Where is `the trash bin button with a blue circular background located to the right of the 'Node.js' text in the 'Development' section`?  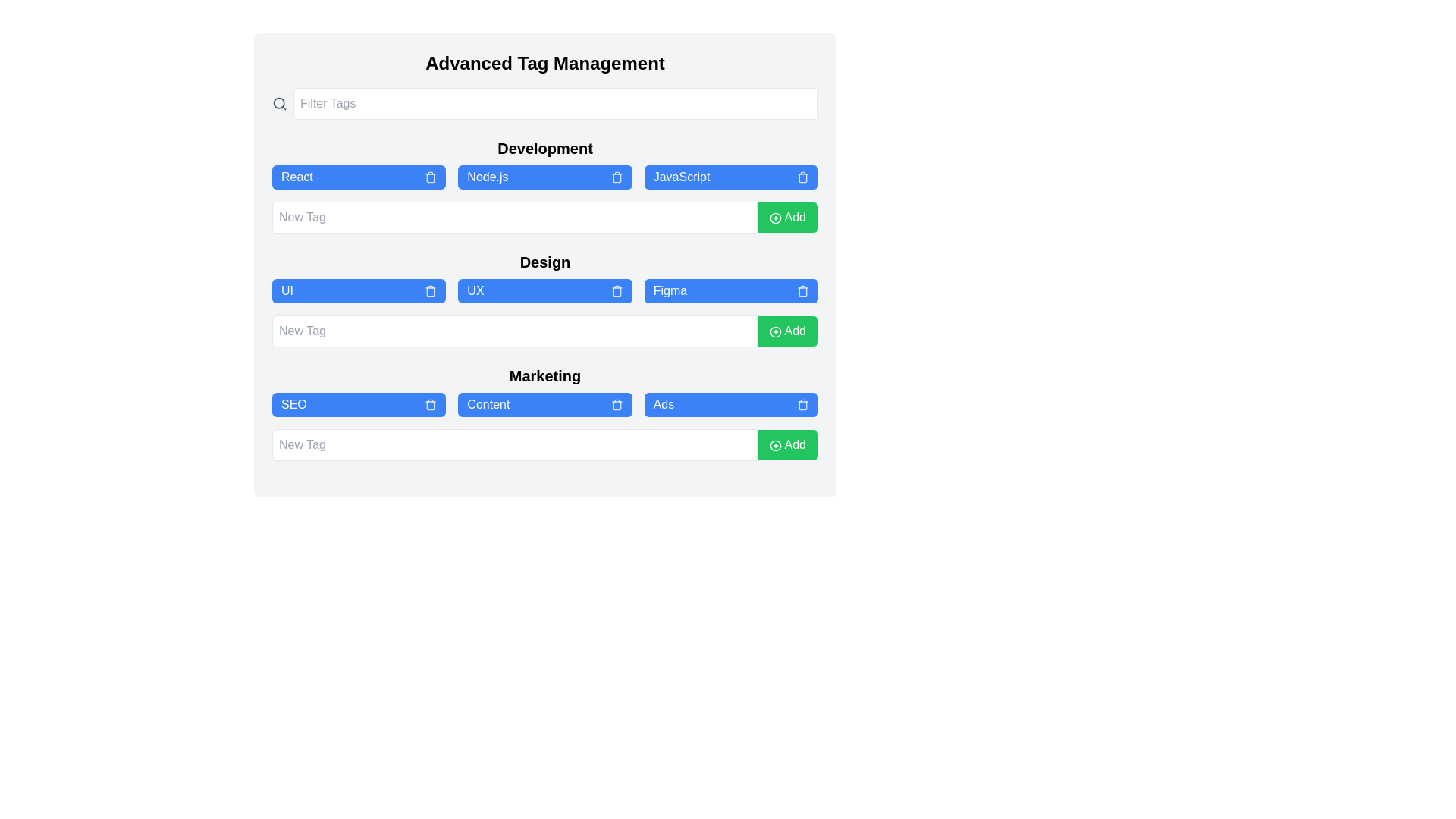
the trash bin button with a blue circular background located to the right of the 'Node.js' text in the 'Development' section is located at coordinates (617, 177).